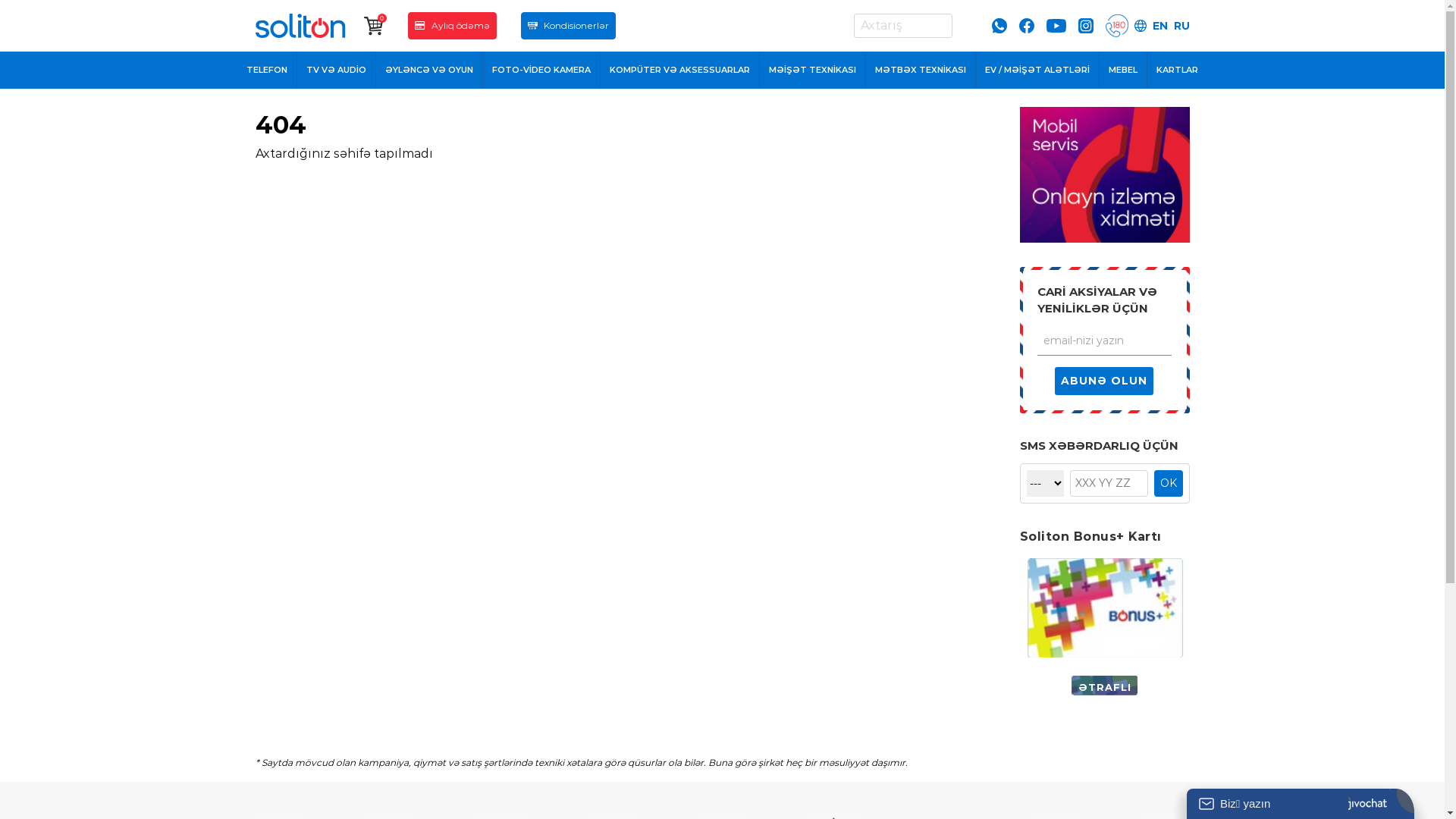 Image resolution: width=1456 pixels, height=819 pixels. I want to click on 'MEBEL', so click(1123, 70).